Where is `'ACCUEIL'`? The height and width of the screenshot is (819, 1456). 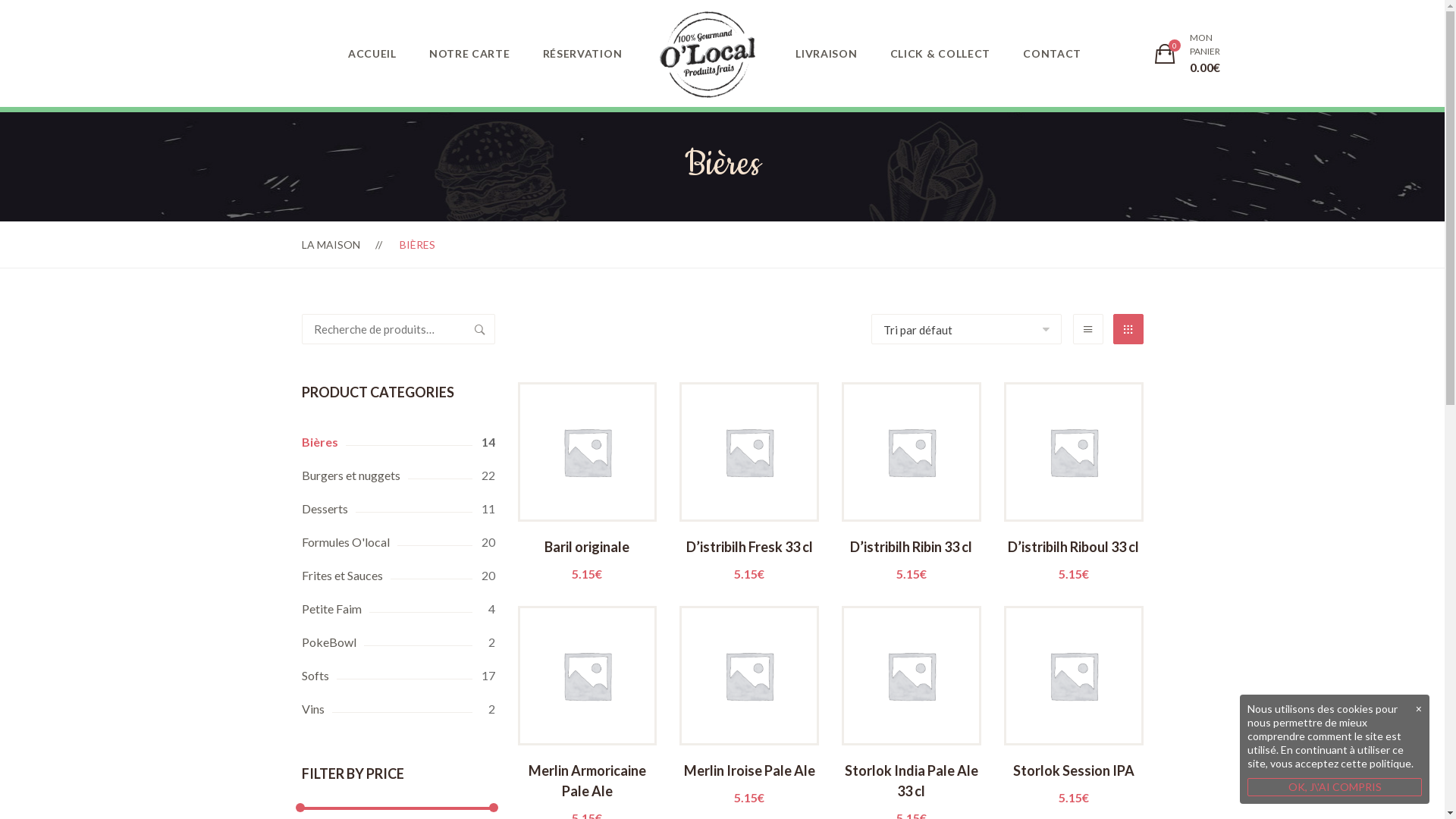 'ACCUEIL' is located at coordinates (372, 52).